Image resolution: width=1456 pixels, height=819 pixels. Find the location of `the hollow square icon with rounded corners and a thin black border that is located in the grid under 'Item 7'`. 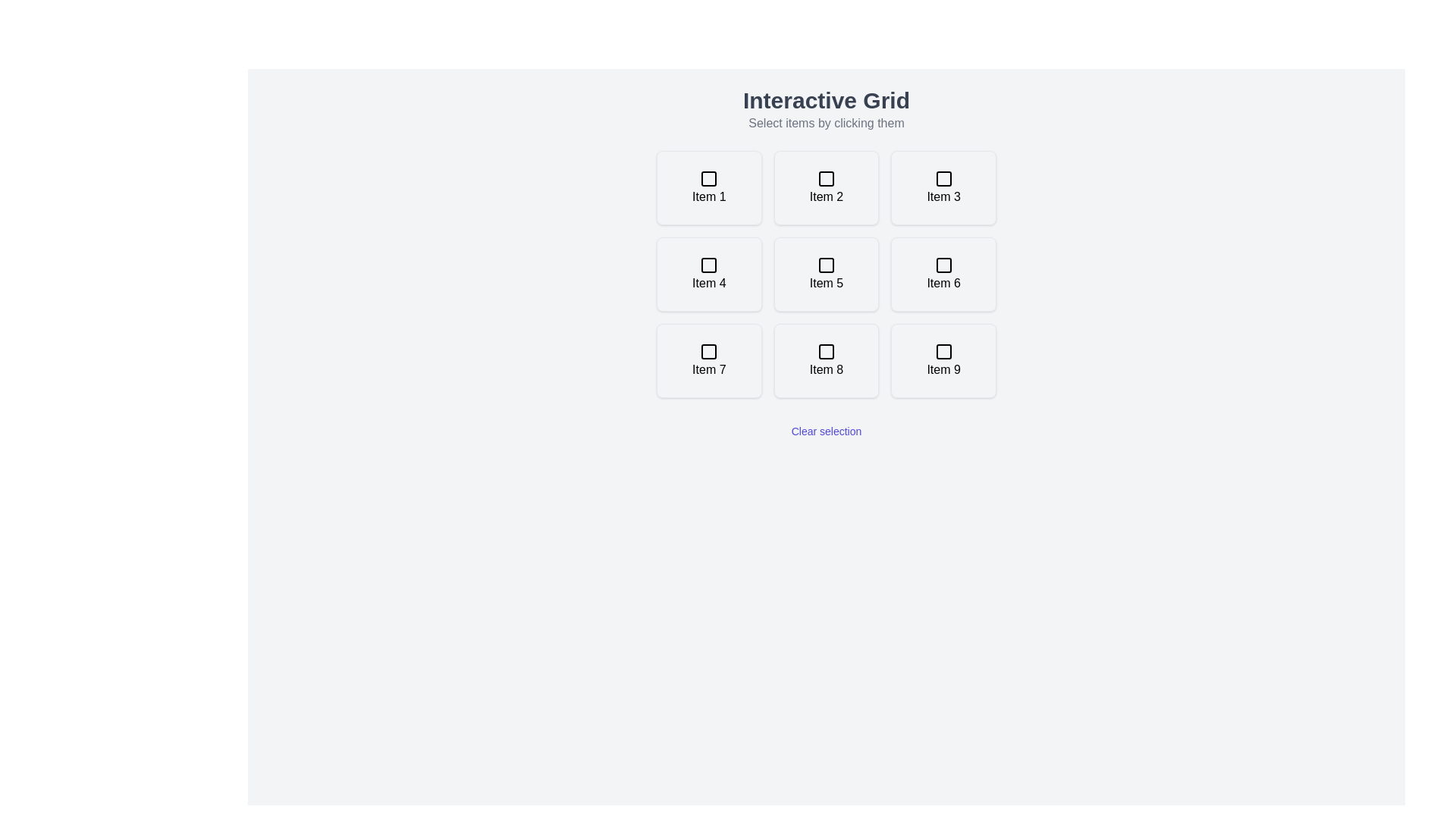

the hollow square icon with rounded corners and a thin black border that is located in the grid under 'Item 7' is located at coordinates (708, 351).